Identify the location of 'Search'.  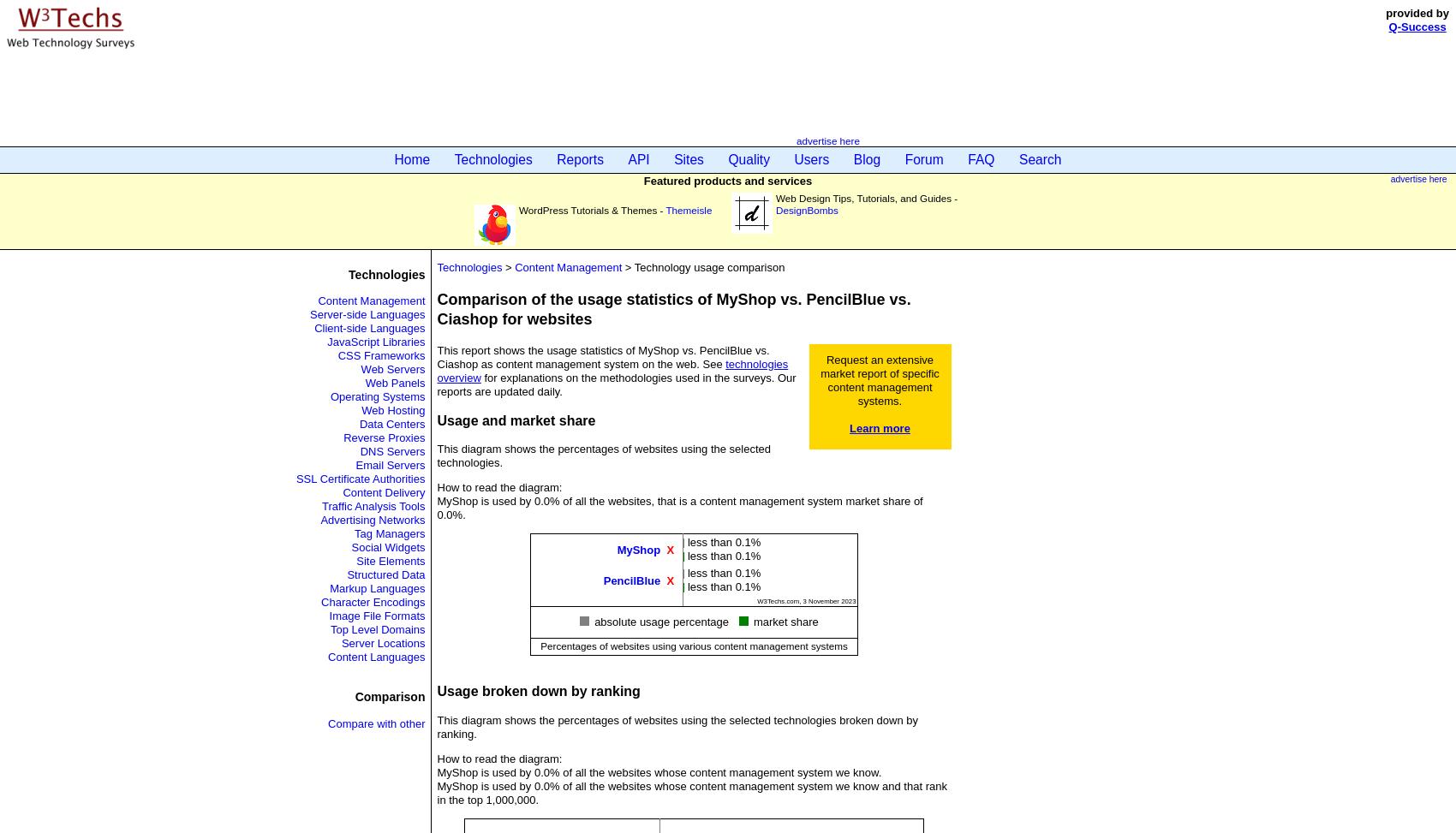
(1018, 159).